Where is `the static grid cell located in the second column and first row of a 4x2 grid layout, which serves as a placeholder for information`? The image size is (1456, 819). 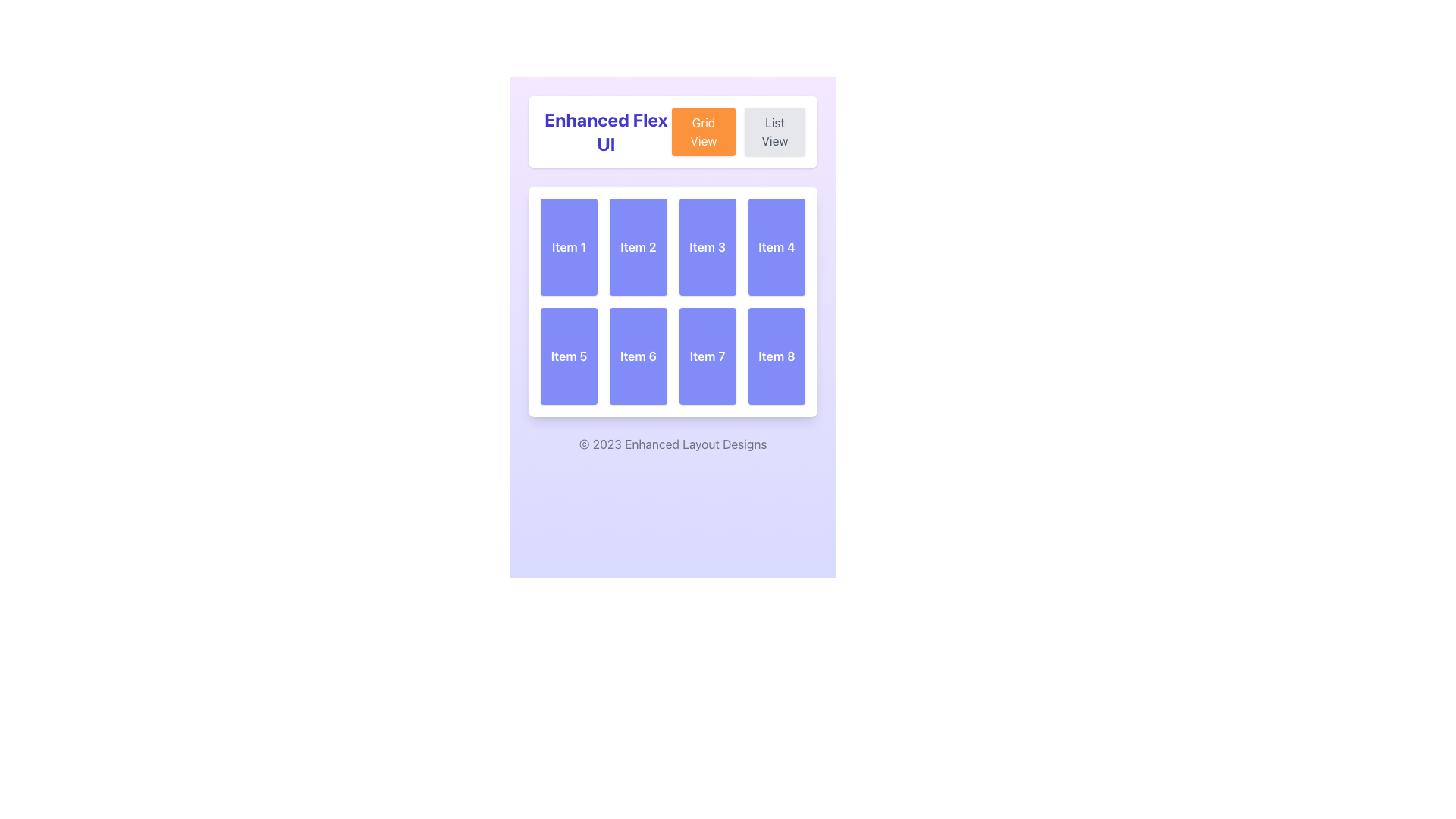 the static grid cell located in the second column and first row of a 4x2 grid layout, which serves as a placeholder for information is located at coordinates (638, 246).